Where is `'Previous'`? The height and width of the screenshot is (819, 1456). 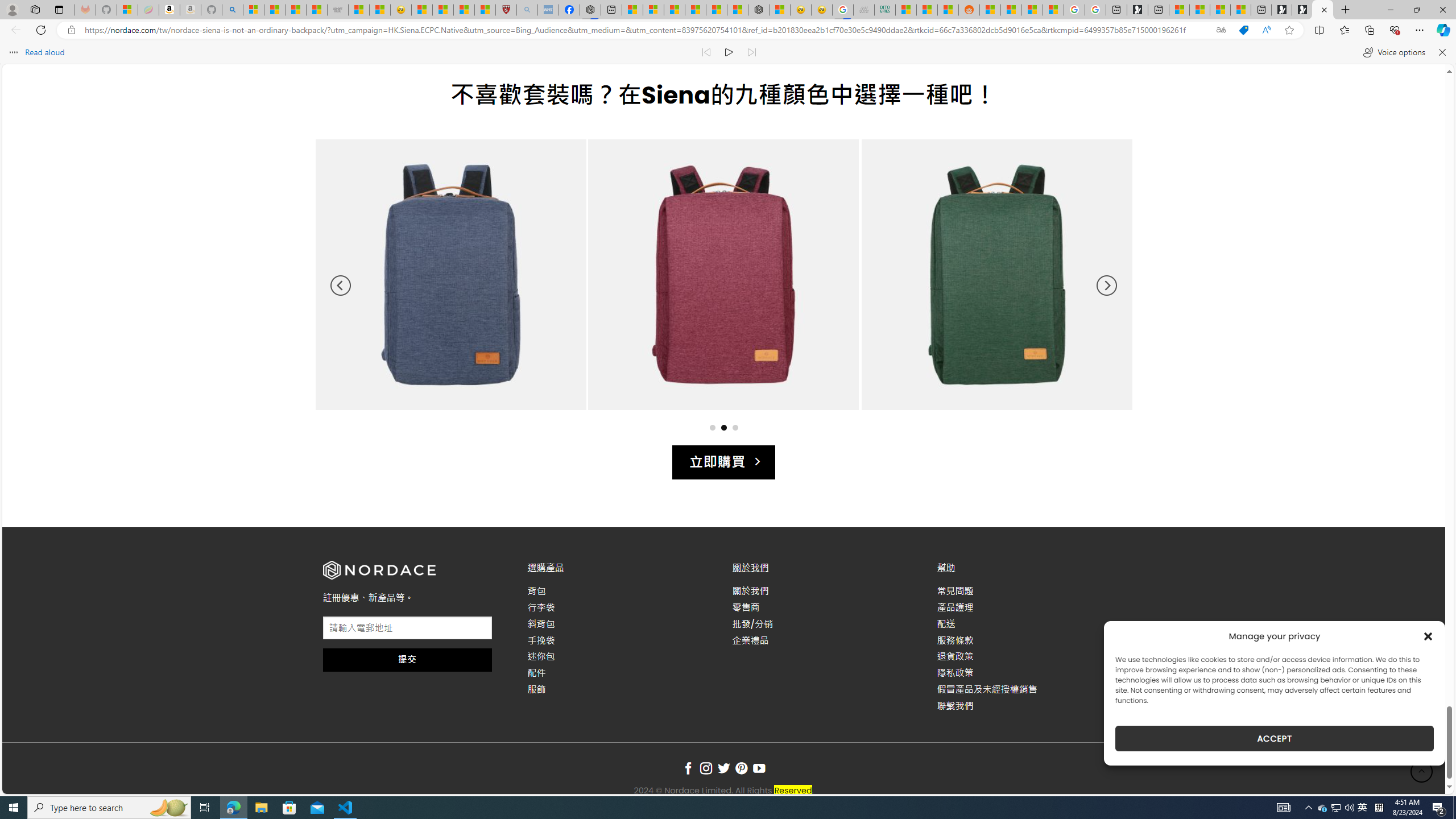
'Previous' is located at coordinates (341, 285).